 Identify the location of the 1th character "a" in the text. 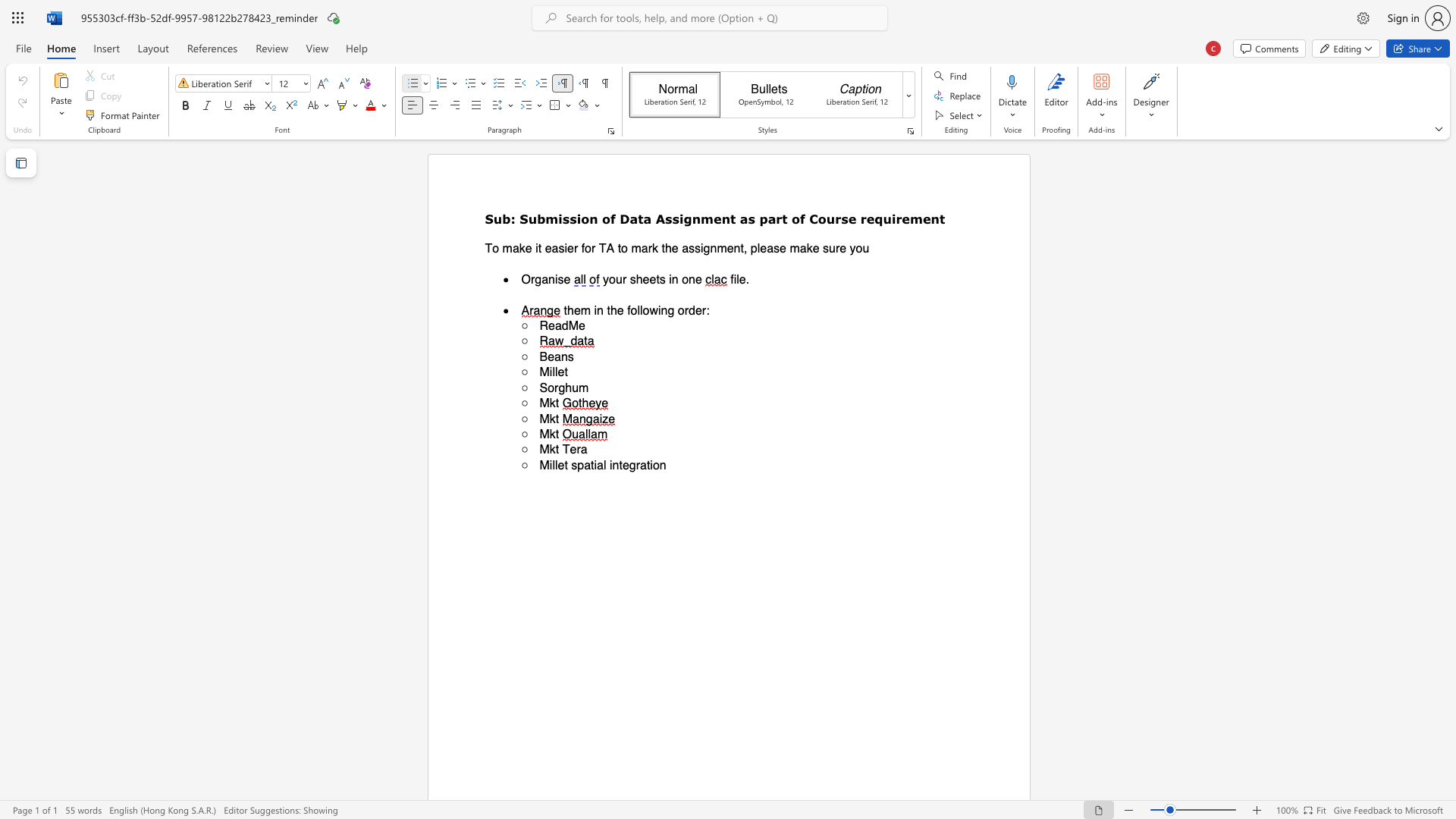
(586, 464).